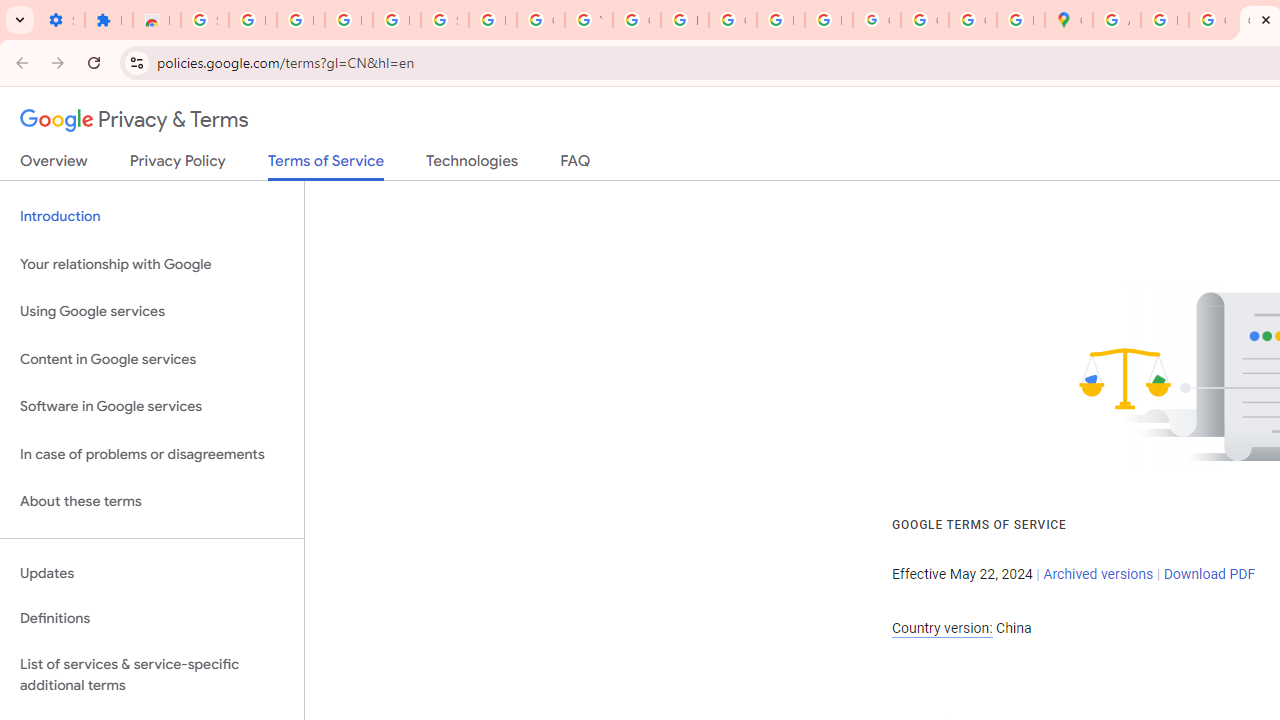 The width and height of the screenshot is (1280, 720). I want to click on 'In case of problems or disagreements', so click(151, 454).